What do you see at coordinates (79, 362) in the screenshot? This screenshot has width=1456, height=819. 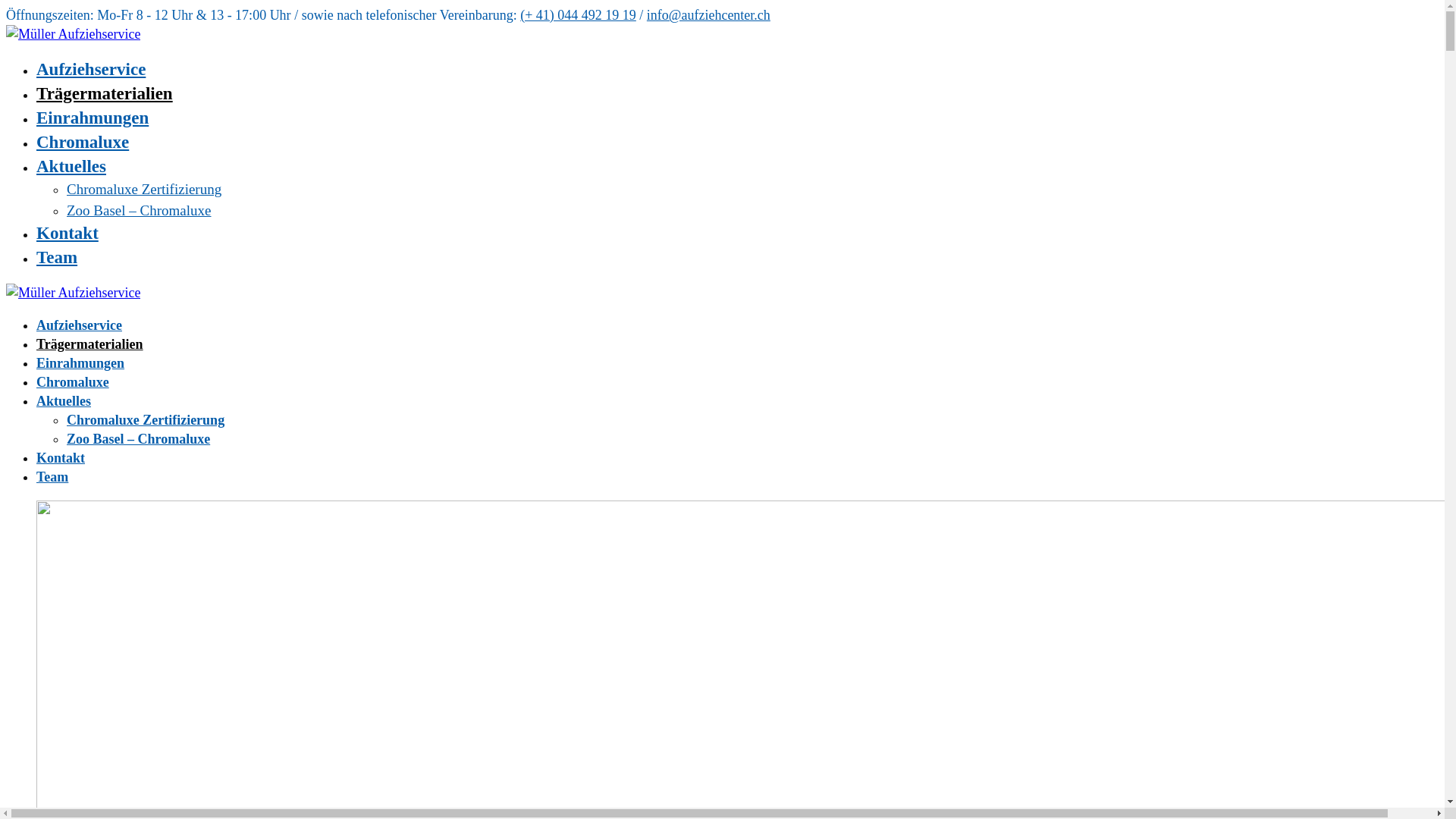 I see `'Einrahmungen'` at bounding box center [79, 362].